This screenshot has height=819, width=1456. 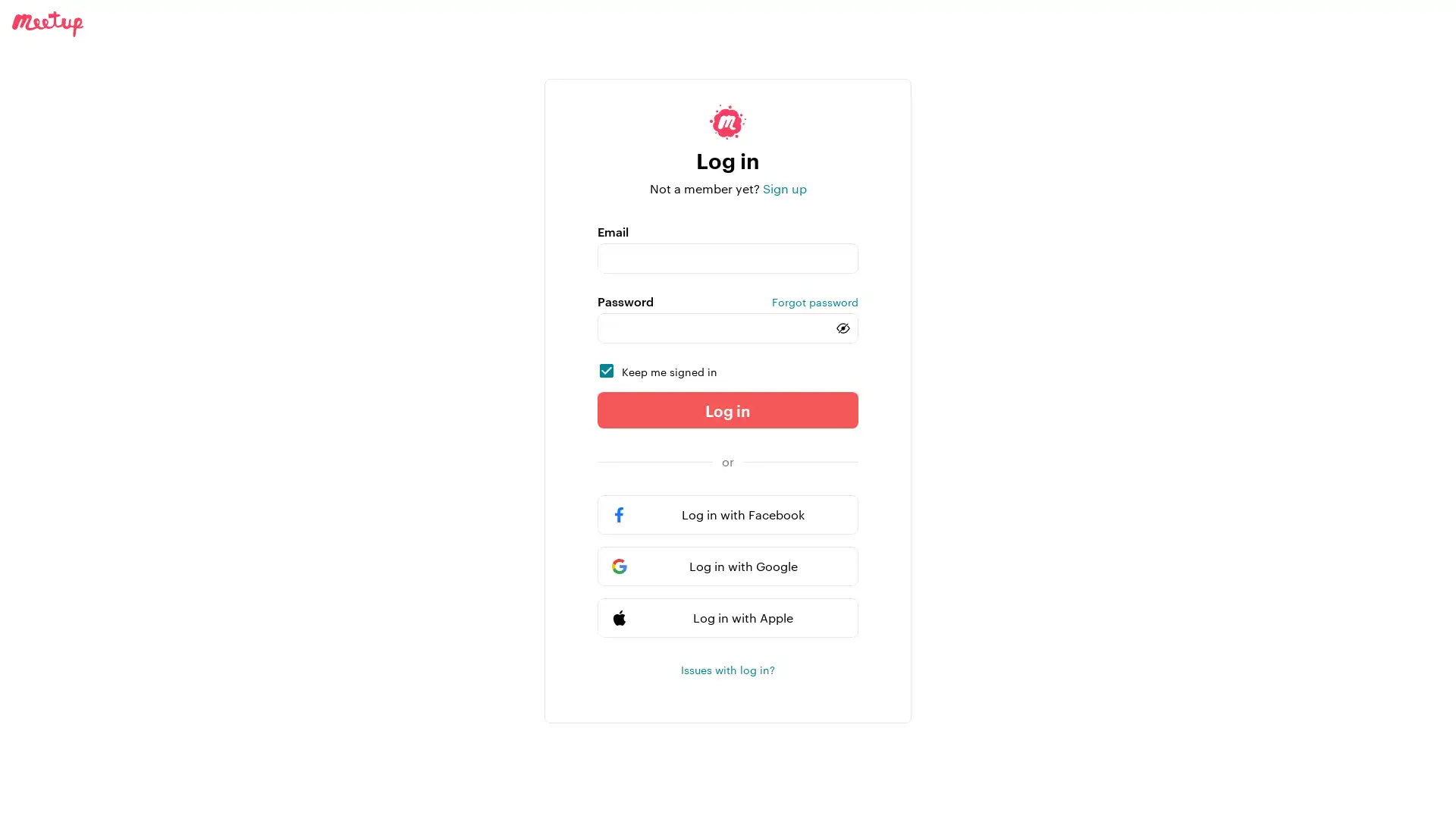 I want to click on Show password button, so click(x=843, y=327).